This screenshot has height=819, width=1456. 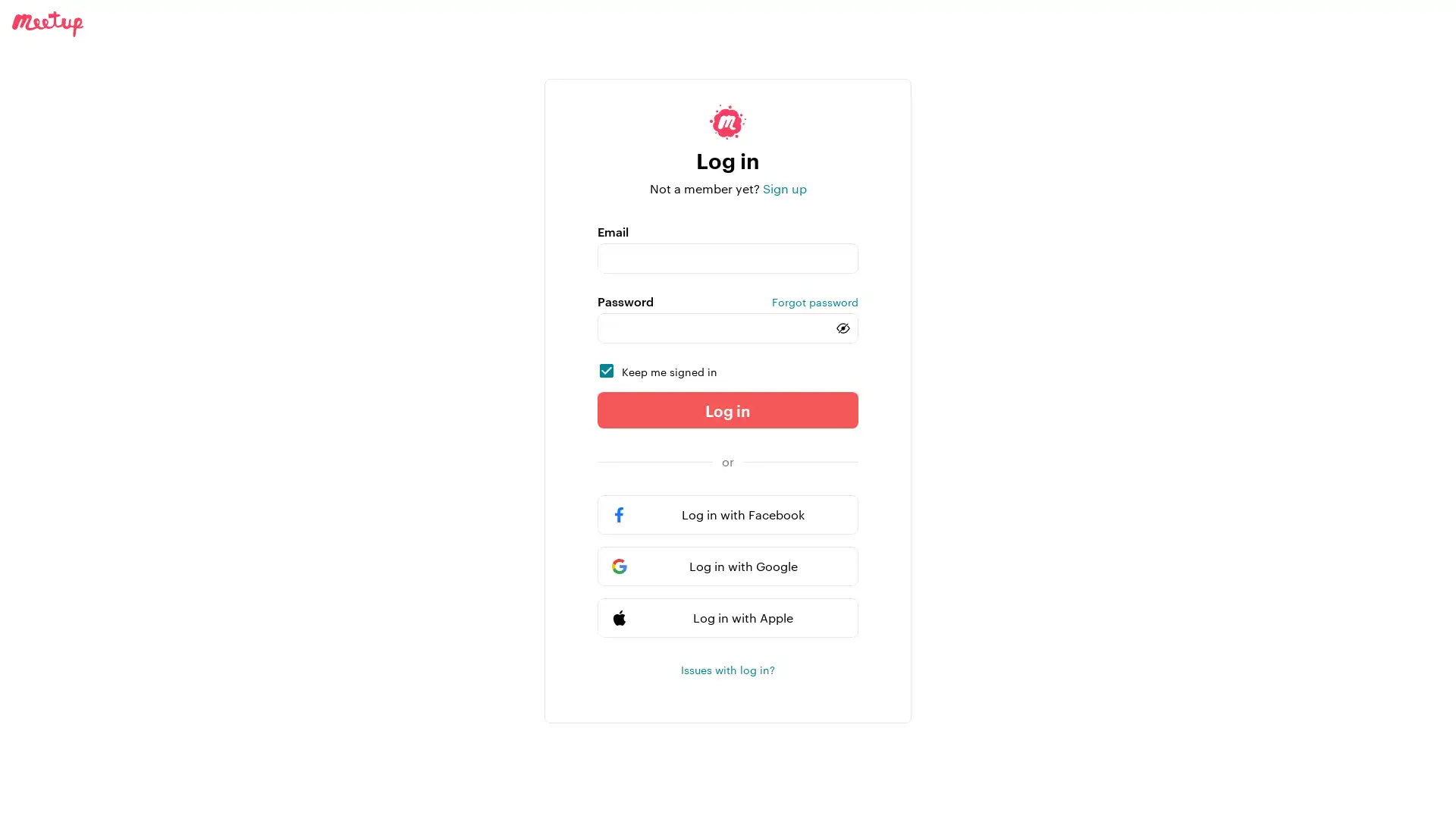 I want to click on Show password button, so click(x=843, y=327).